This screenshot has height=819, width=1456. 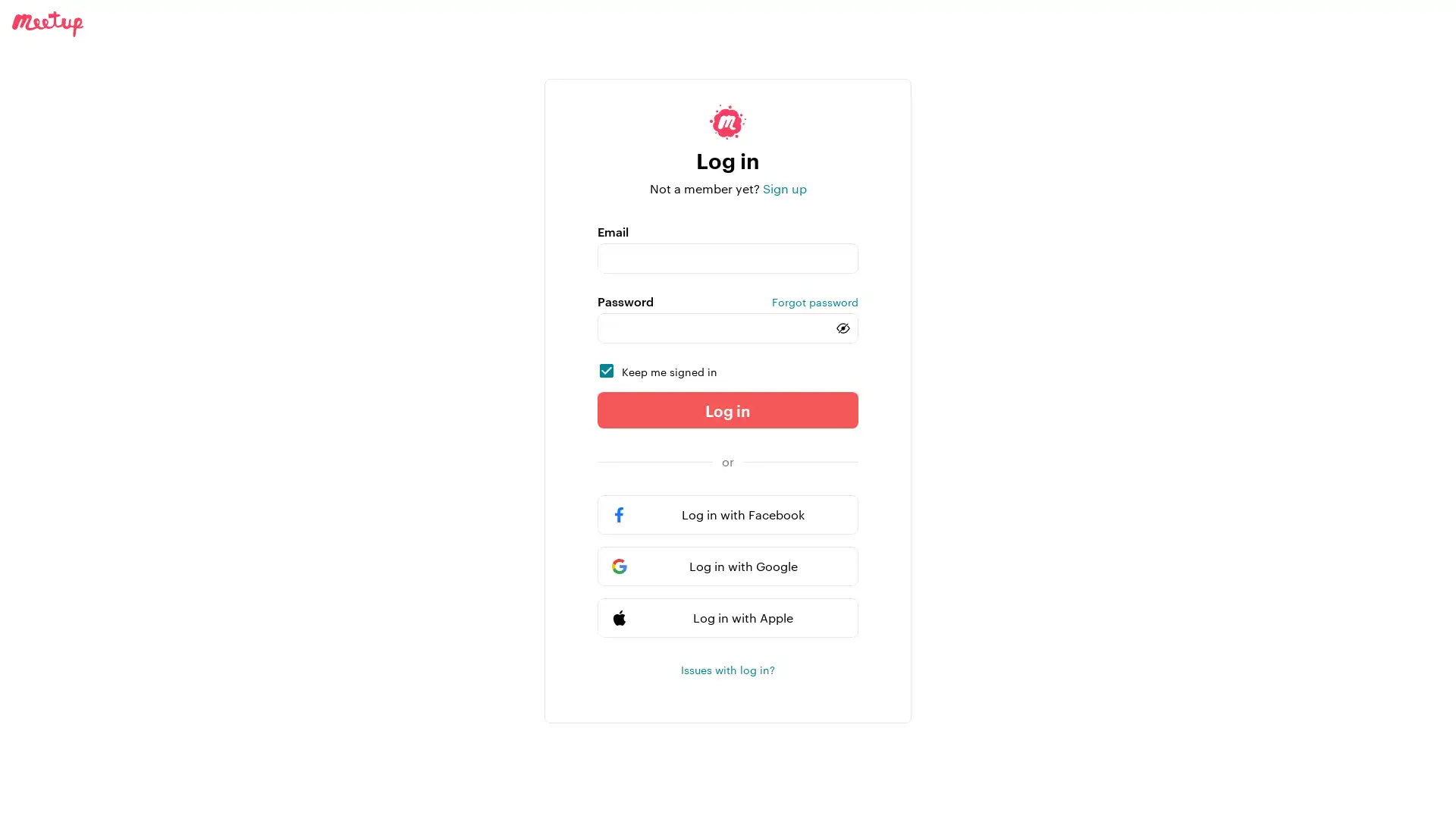 I want to click on Show password button, so click(x=843, y=327).